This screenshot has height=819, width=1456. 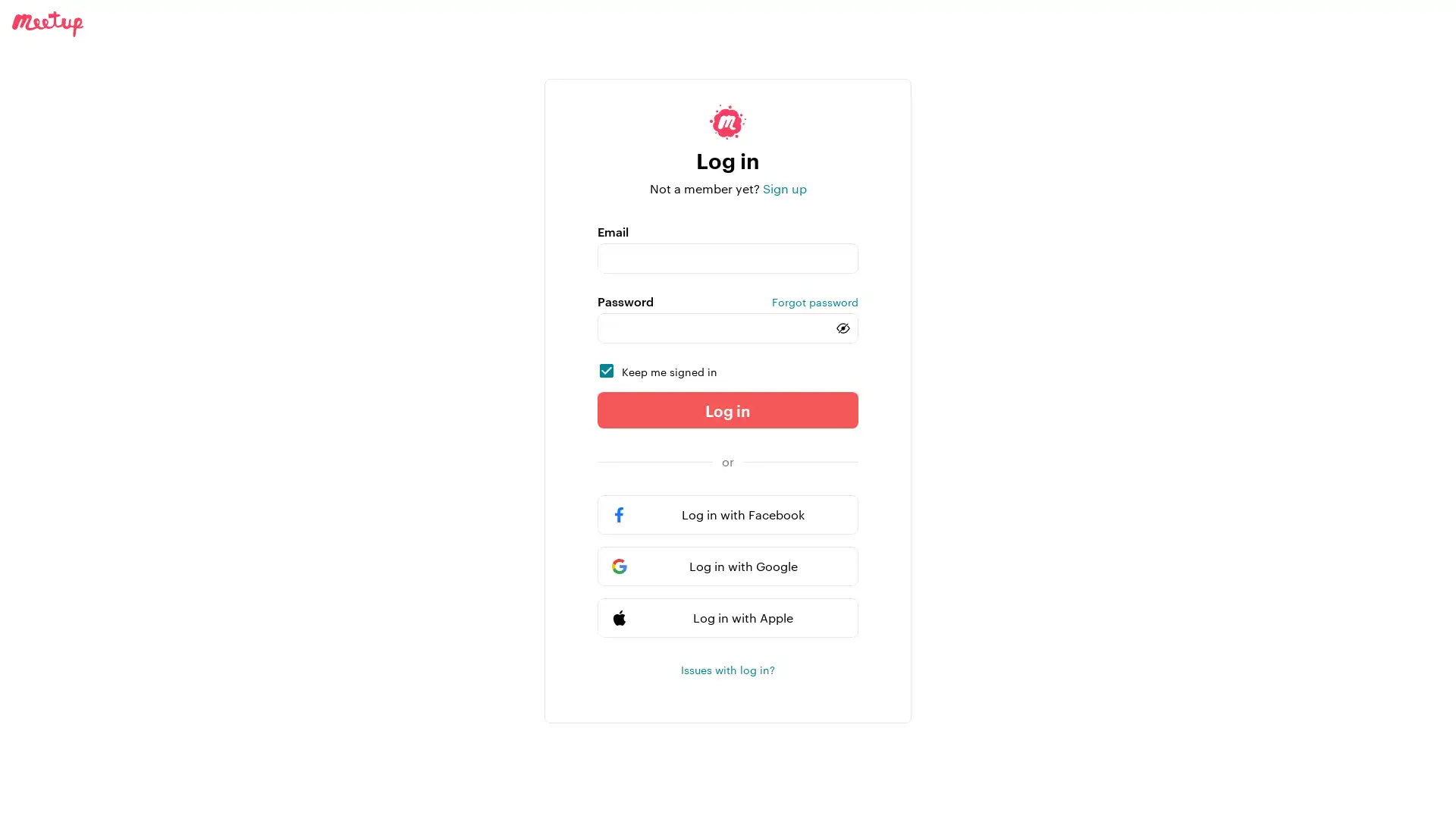 I want to click on Show password button, so click(x=843, y=327).